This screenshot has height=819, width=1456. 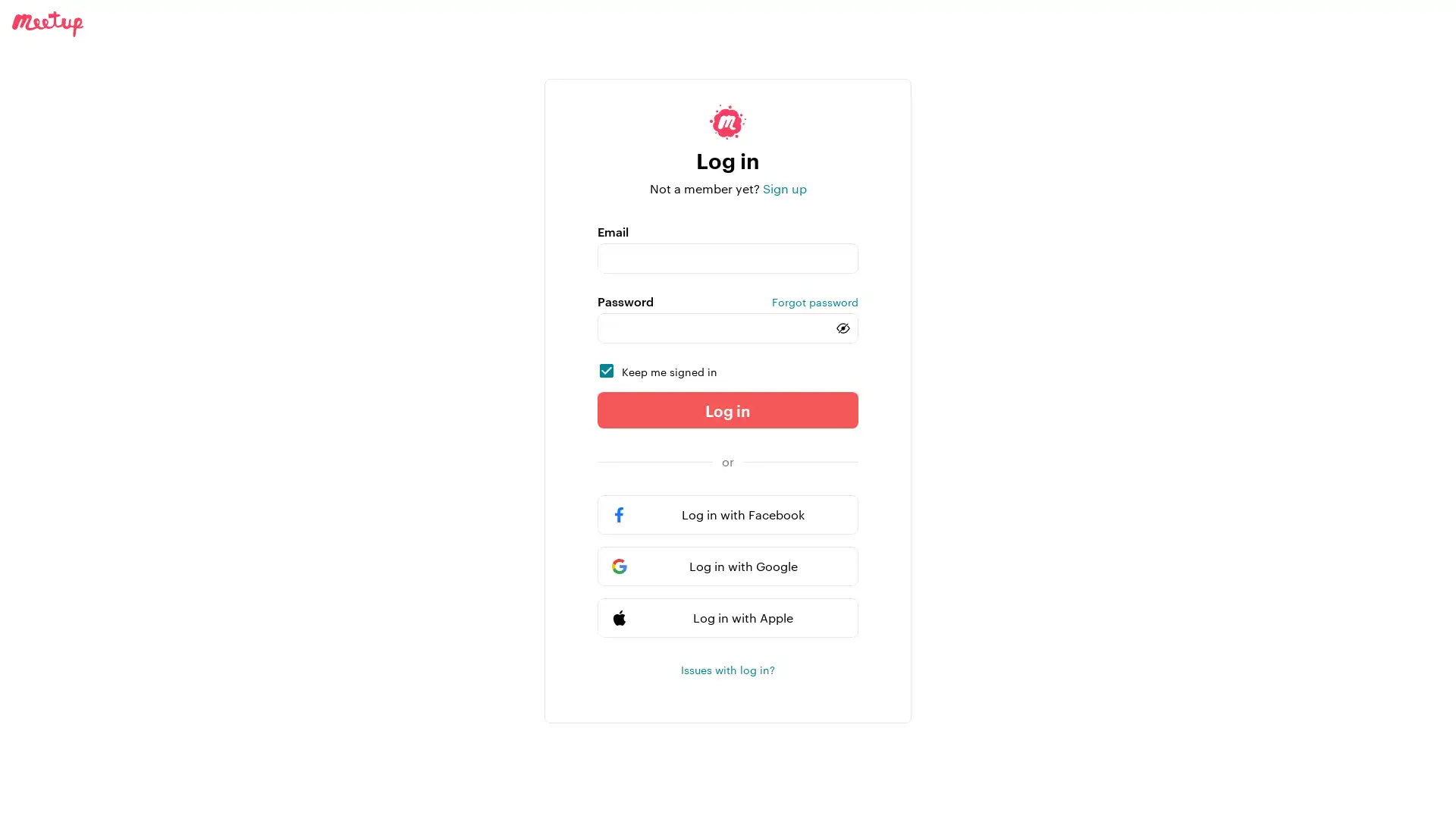 I want to click on Show password button, so click(x=843, y=327).